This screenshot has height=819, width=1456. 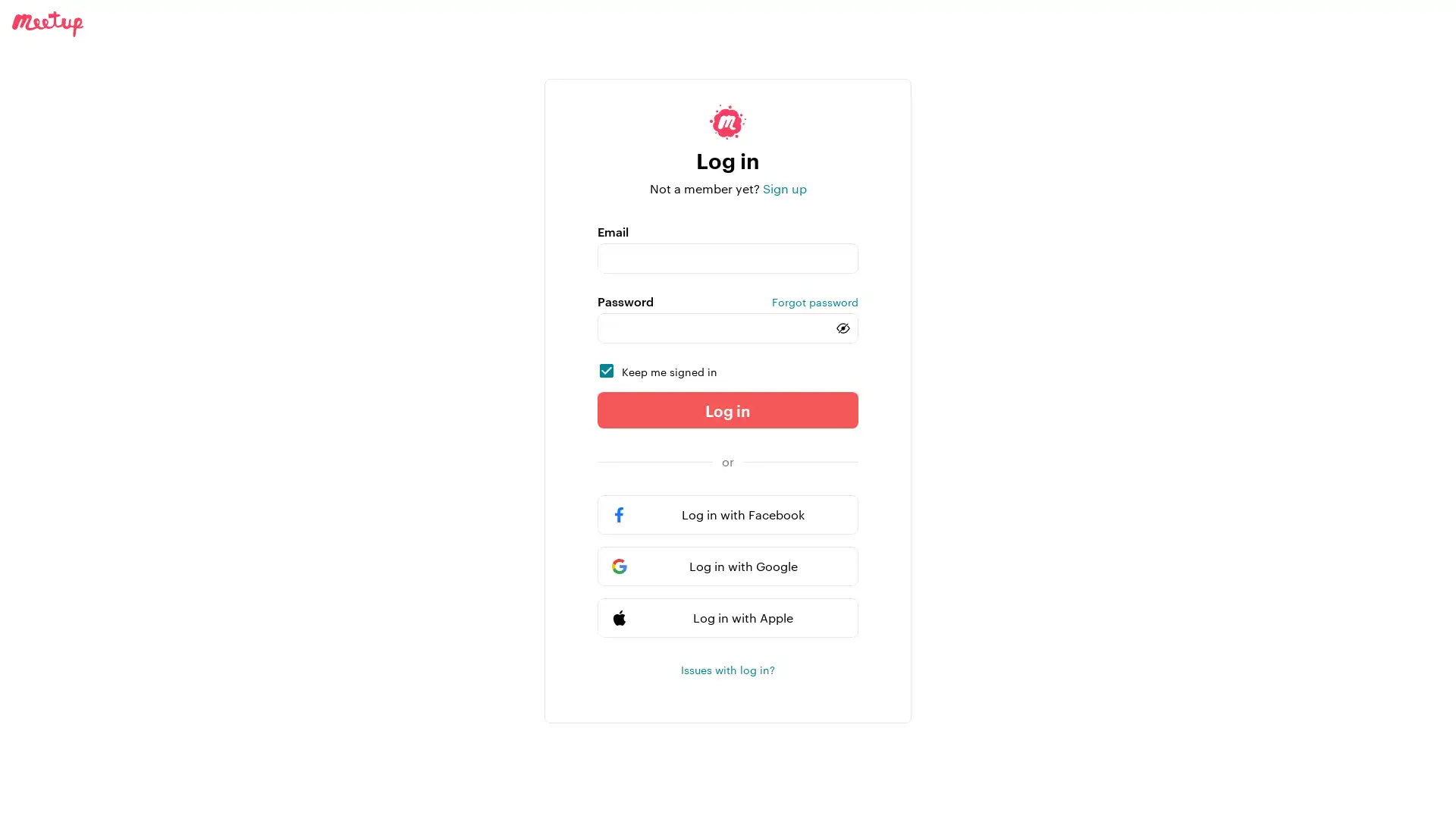 I want to click on Show password button, so click(x=843, y=327).